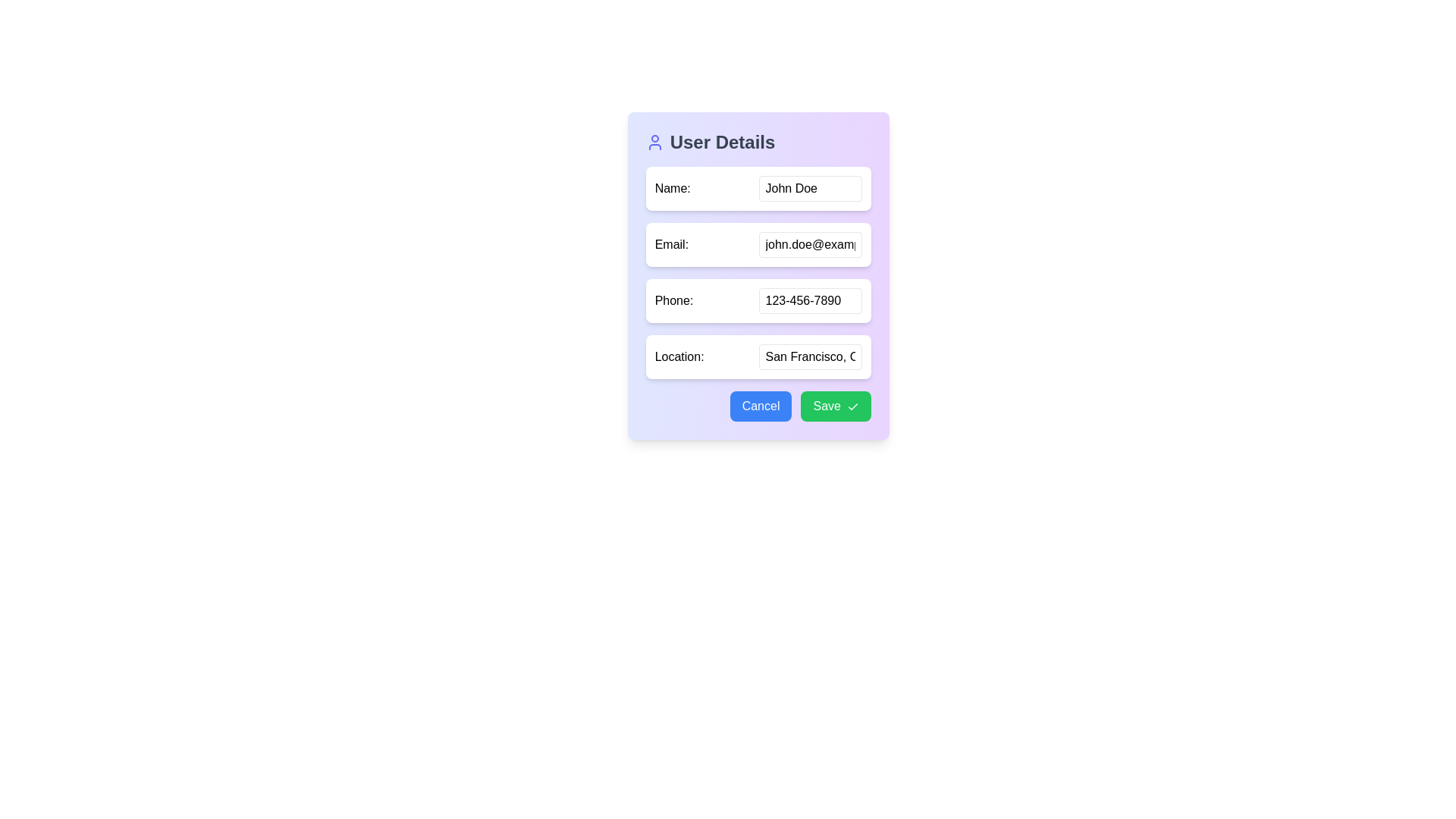 The width and height of the screenshot is (1456, 819). I want to click on the 'Cancel' button, which is a rectangular button with white text on a blue background, to observe its visual feedback, so click(761, 406).